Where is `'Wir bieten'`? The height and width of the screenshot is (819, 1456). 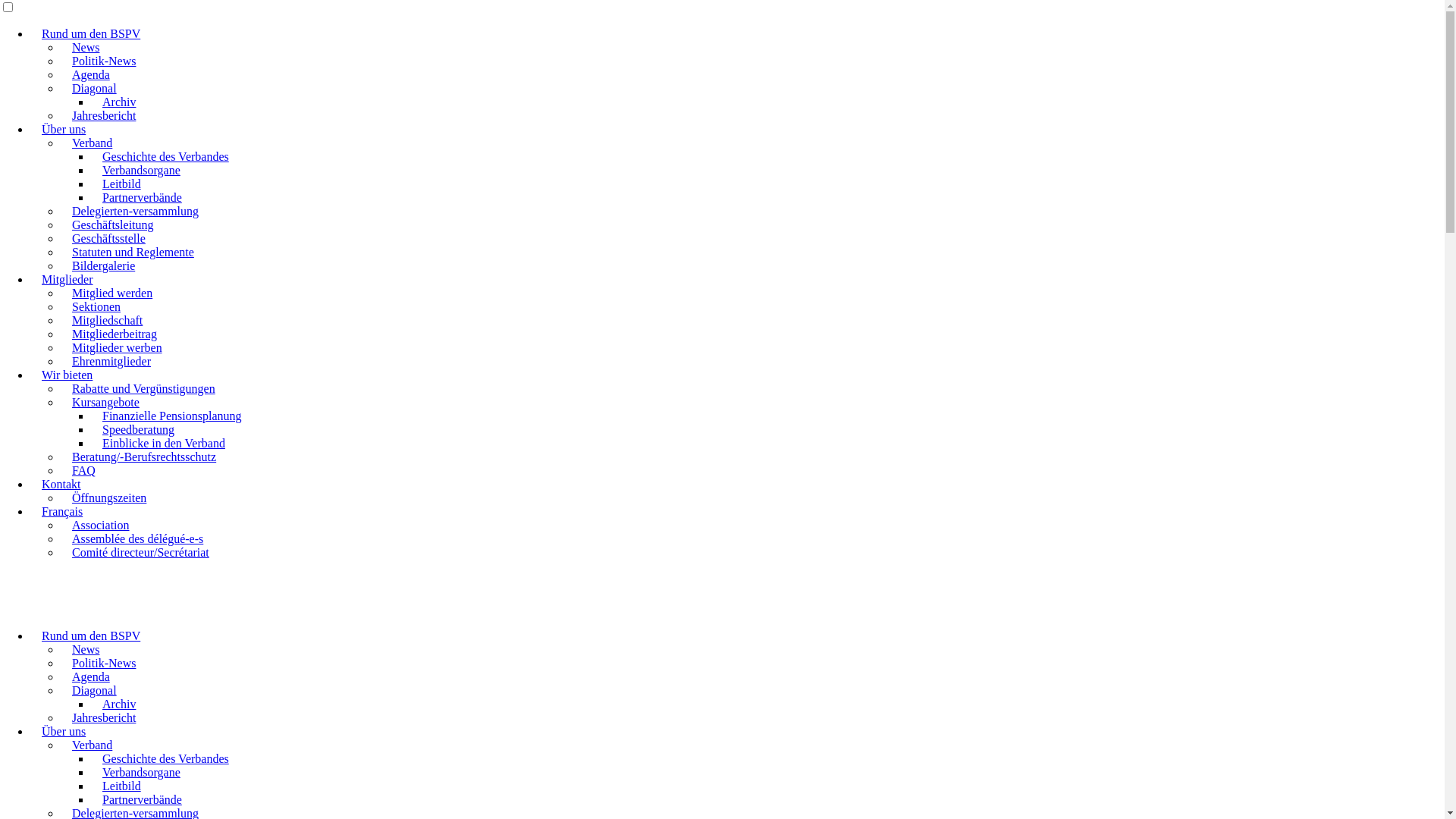
'Wir bieten' is located at coordinates (66, 375).